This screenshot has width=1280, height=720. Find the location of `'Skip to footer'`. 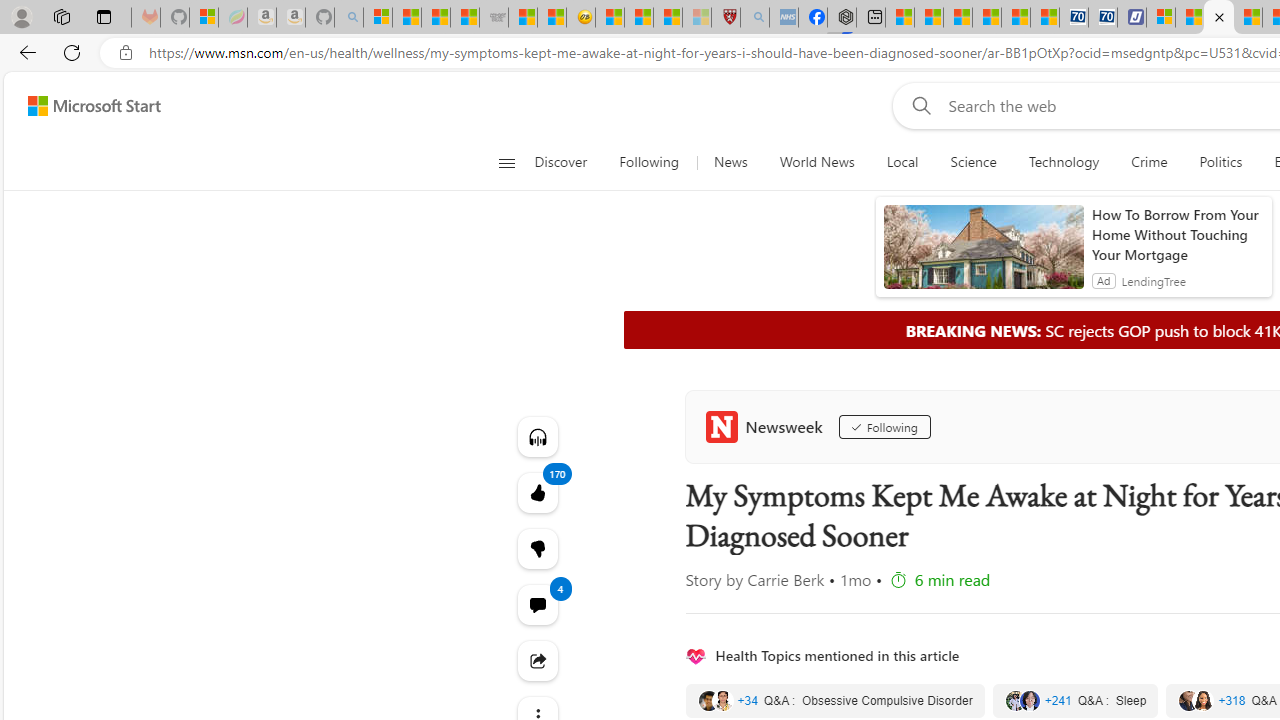

'Skip to footer' is located at coordinates (81, 105).